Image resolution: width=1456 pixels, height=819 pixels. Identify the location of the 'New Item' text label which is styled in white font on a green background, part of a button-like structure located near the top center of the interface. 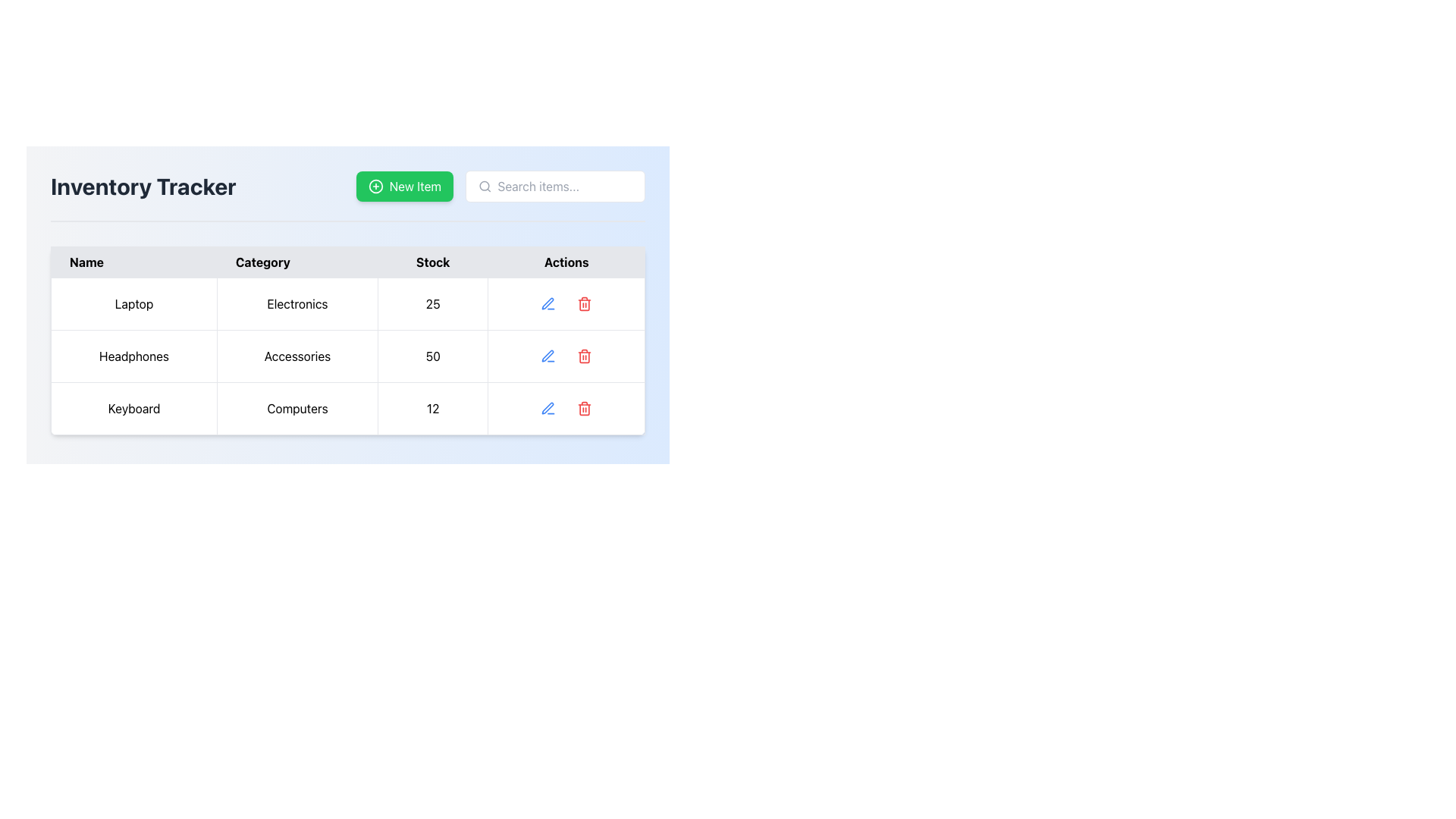
(415, 186).